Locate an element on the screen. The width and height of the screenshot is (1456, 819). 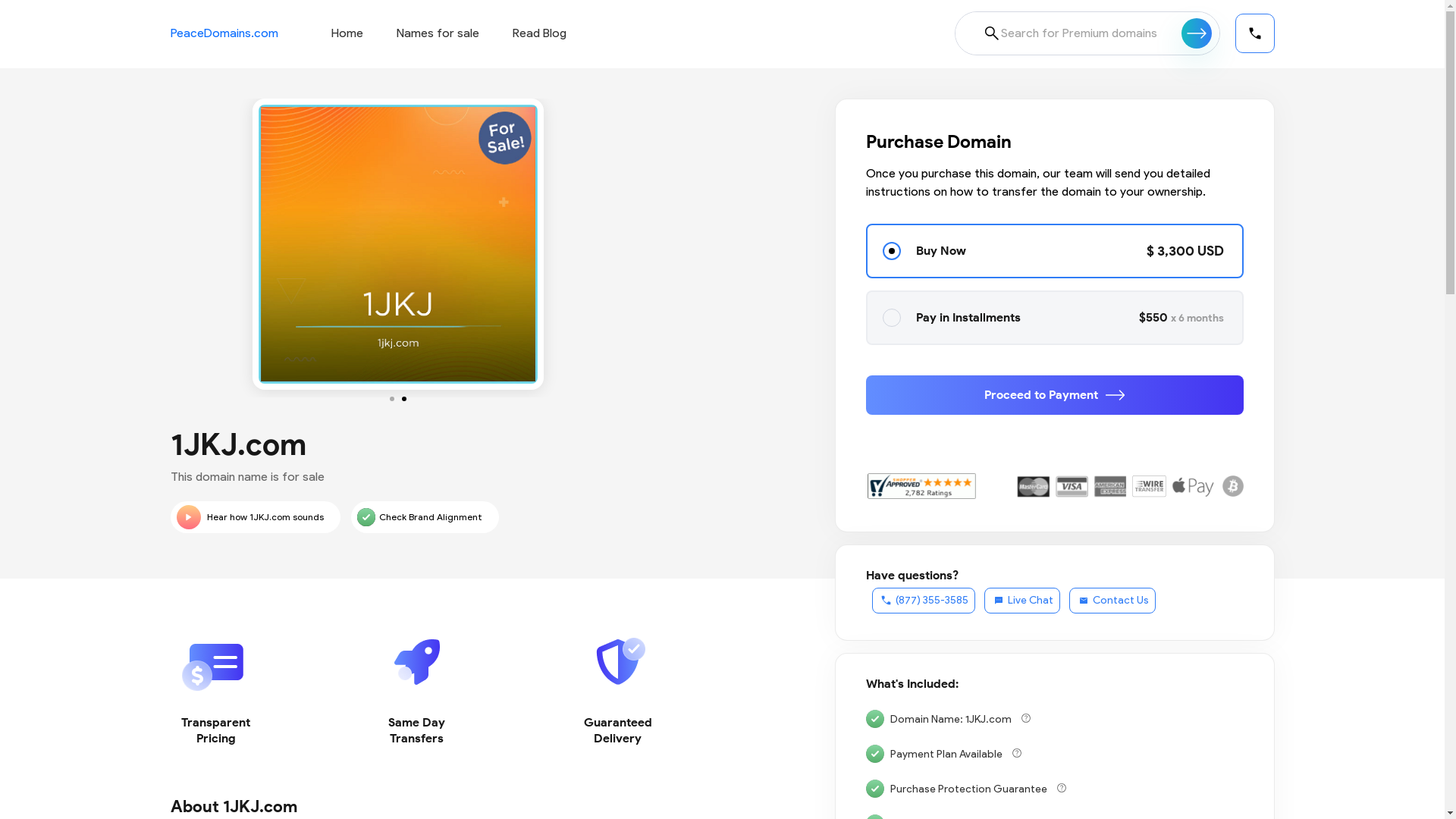
'Contact Us' is located at coordinates (1112, 599).